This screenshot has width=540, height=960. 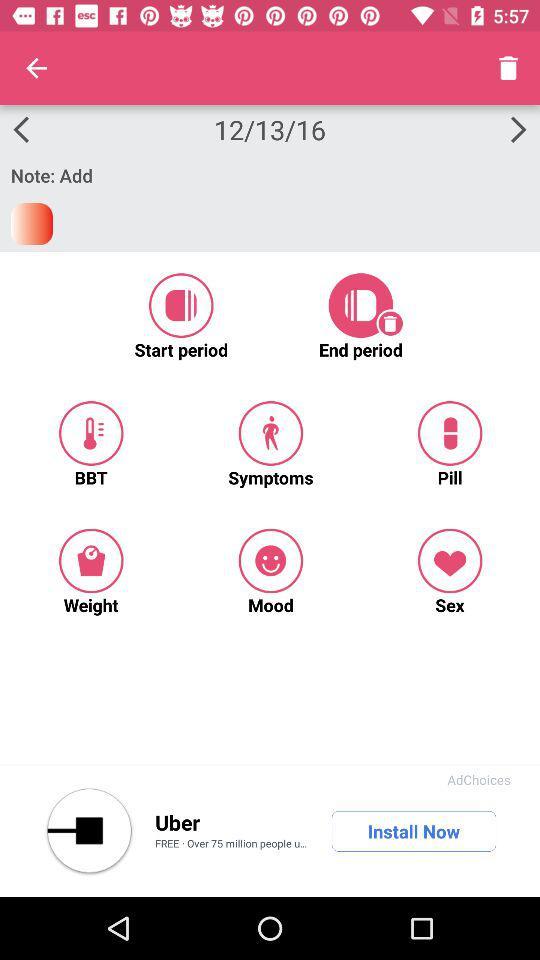 I want to click on click on advertisements, so click(x=88, y=831).